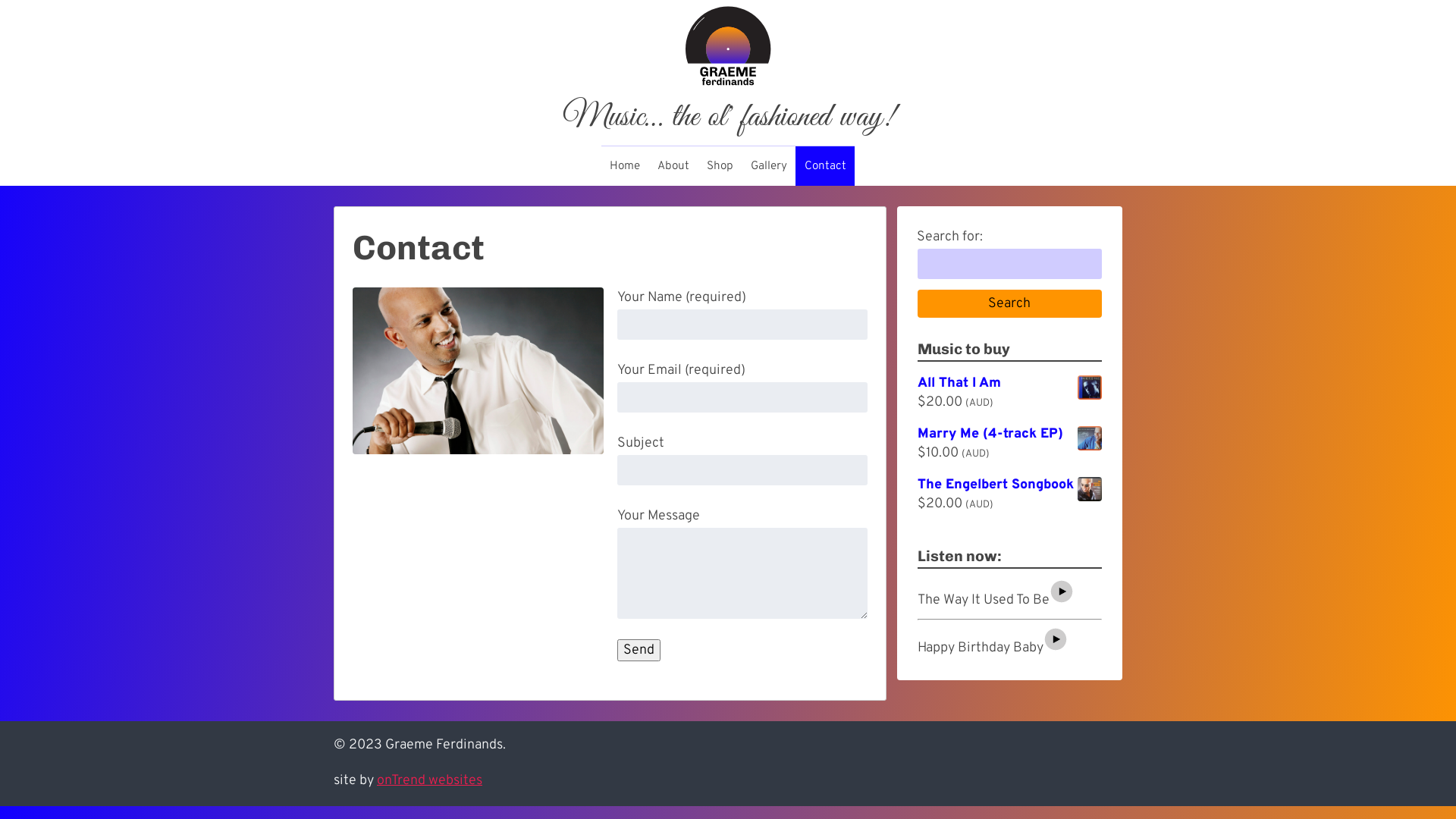 This screenshot has width=1456, height=819. I want to click on 'About', so click(673, 166).